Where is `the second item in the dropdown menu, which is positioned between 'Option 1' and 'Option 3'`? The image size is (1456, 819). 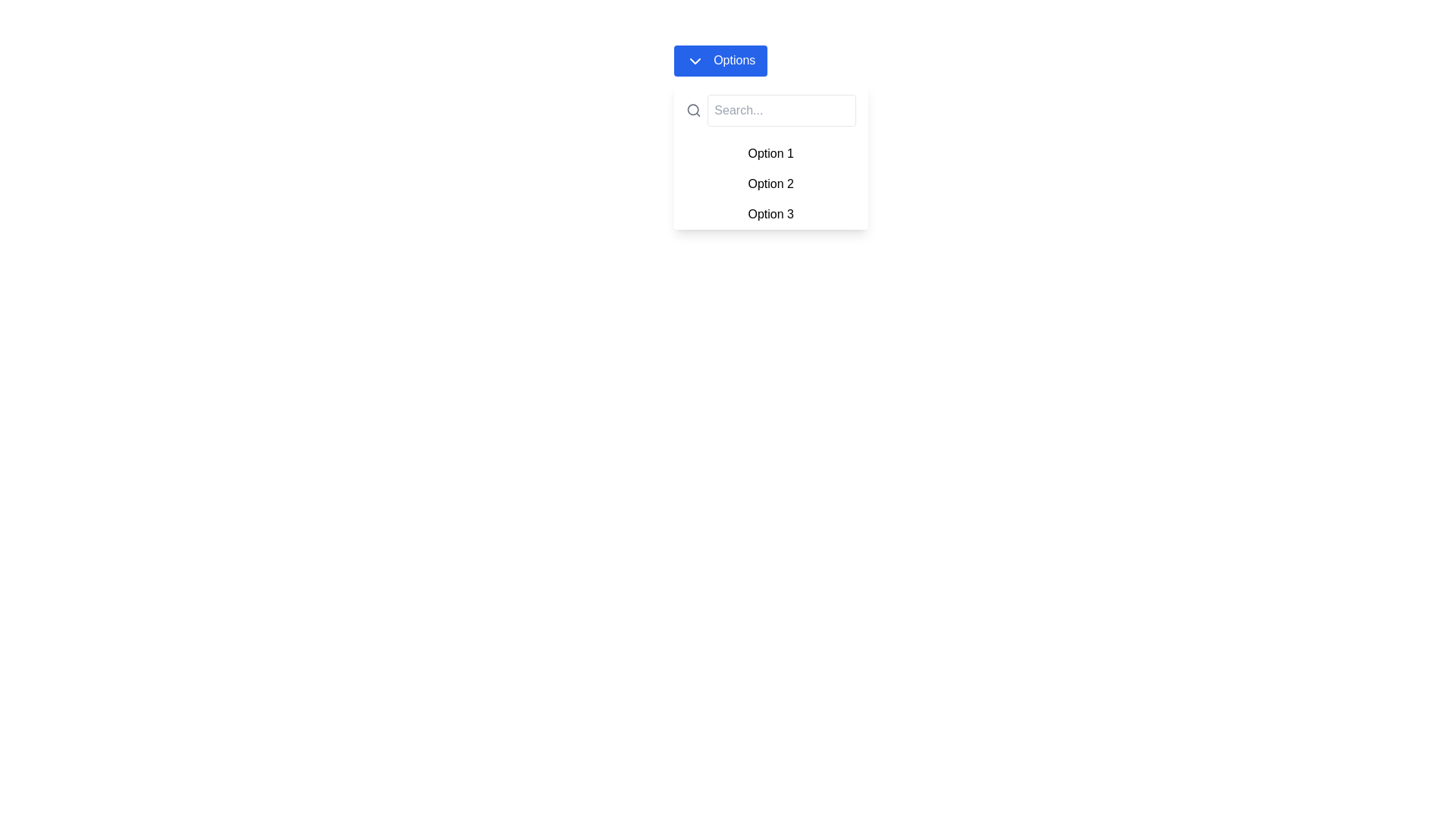
the second item in the dropdown menu, which is positioned between 'Option 1' and 'Option 3' is located at coordinates (770, 183).